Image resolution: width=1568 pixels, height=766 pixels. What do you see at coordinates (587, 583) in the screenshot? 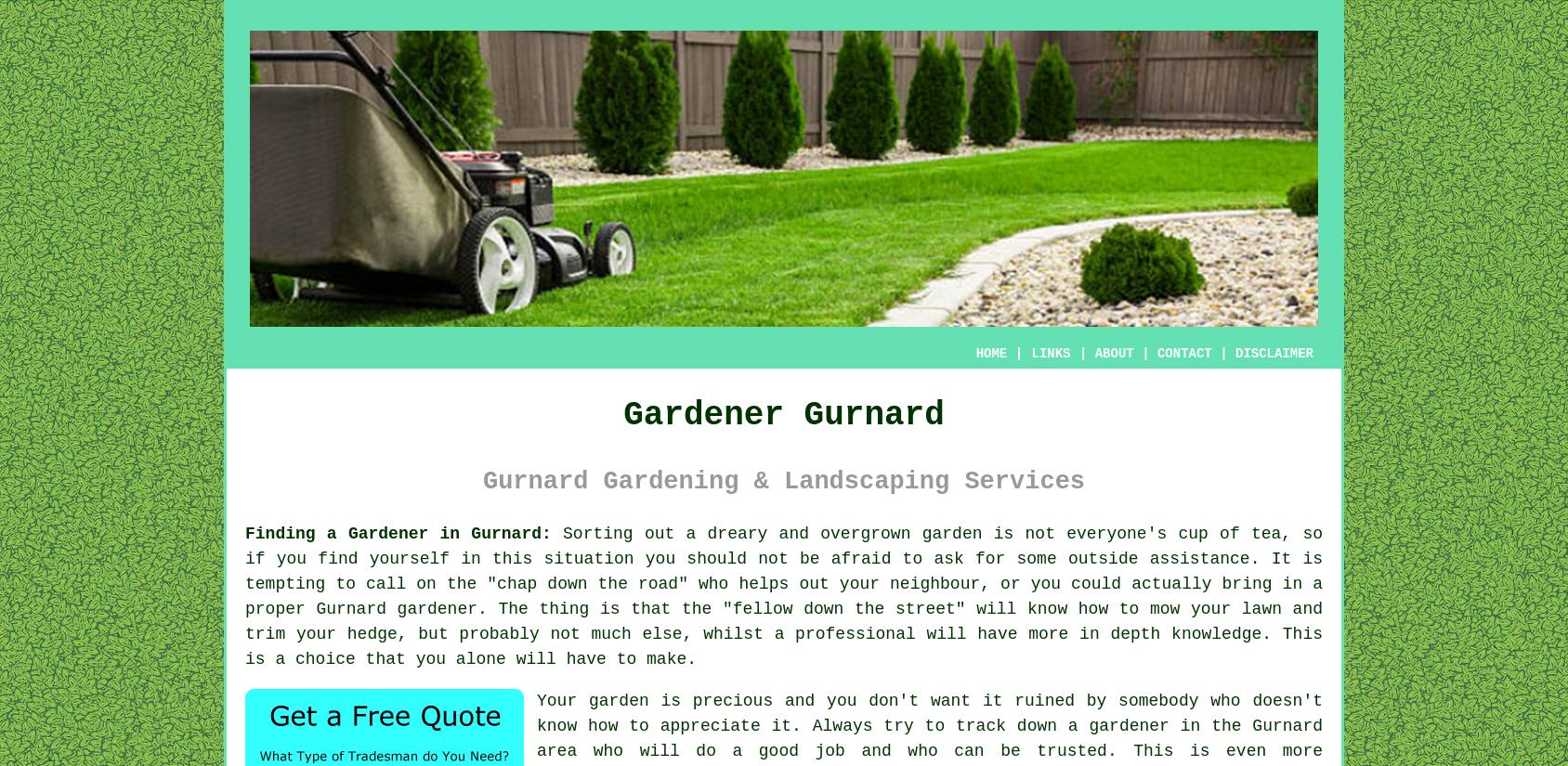
I see `'chap down the road'` at bounding box center [587, 583].